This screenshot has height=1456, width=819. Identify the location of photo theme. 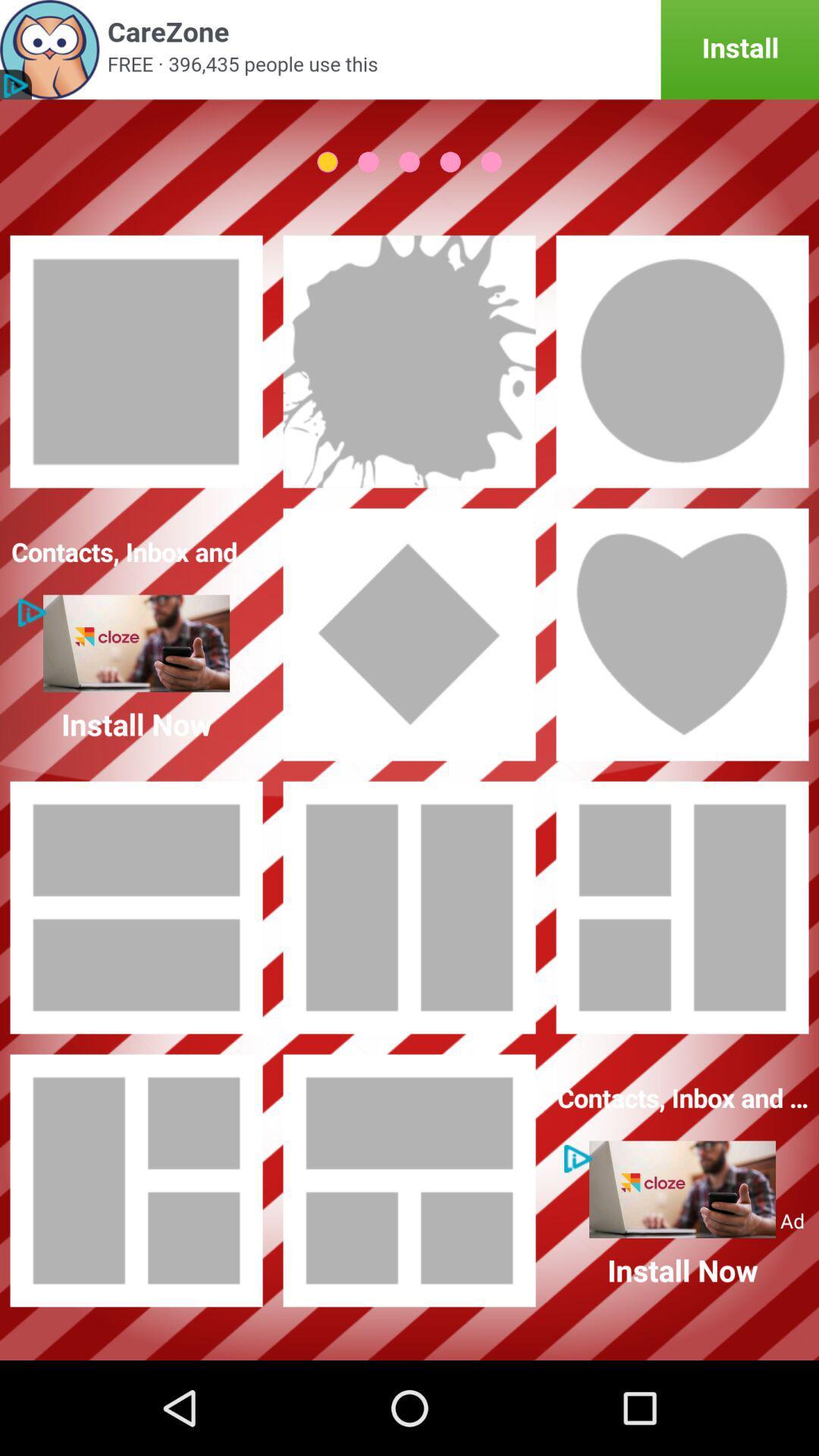
(409, 907).